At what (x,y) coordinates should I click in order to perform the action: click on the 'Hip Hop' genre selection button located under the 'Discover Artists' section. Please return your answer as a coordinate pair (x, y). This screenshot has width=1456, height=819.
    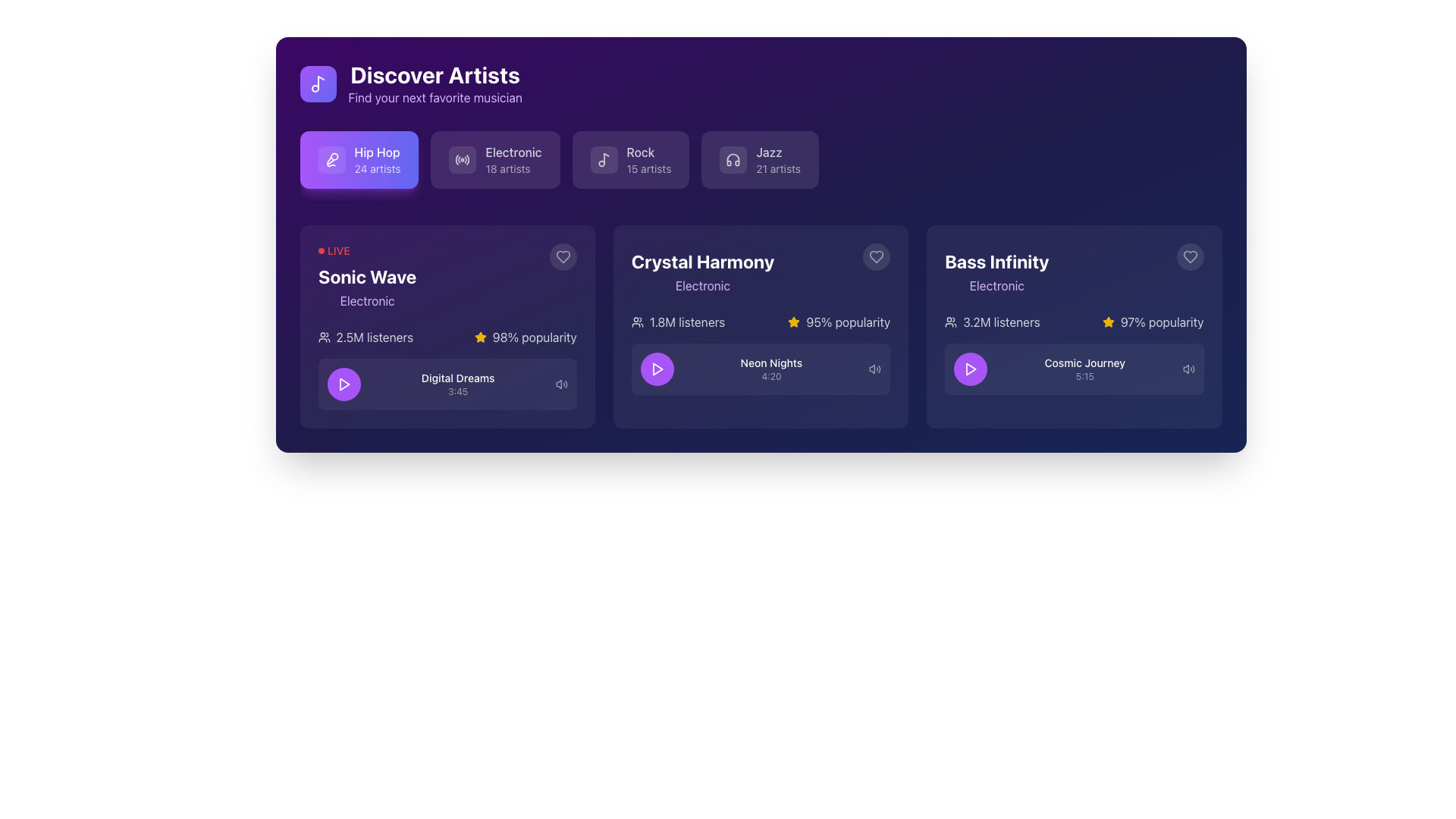
    Looking at the image, I should click on (359, 160).